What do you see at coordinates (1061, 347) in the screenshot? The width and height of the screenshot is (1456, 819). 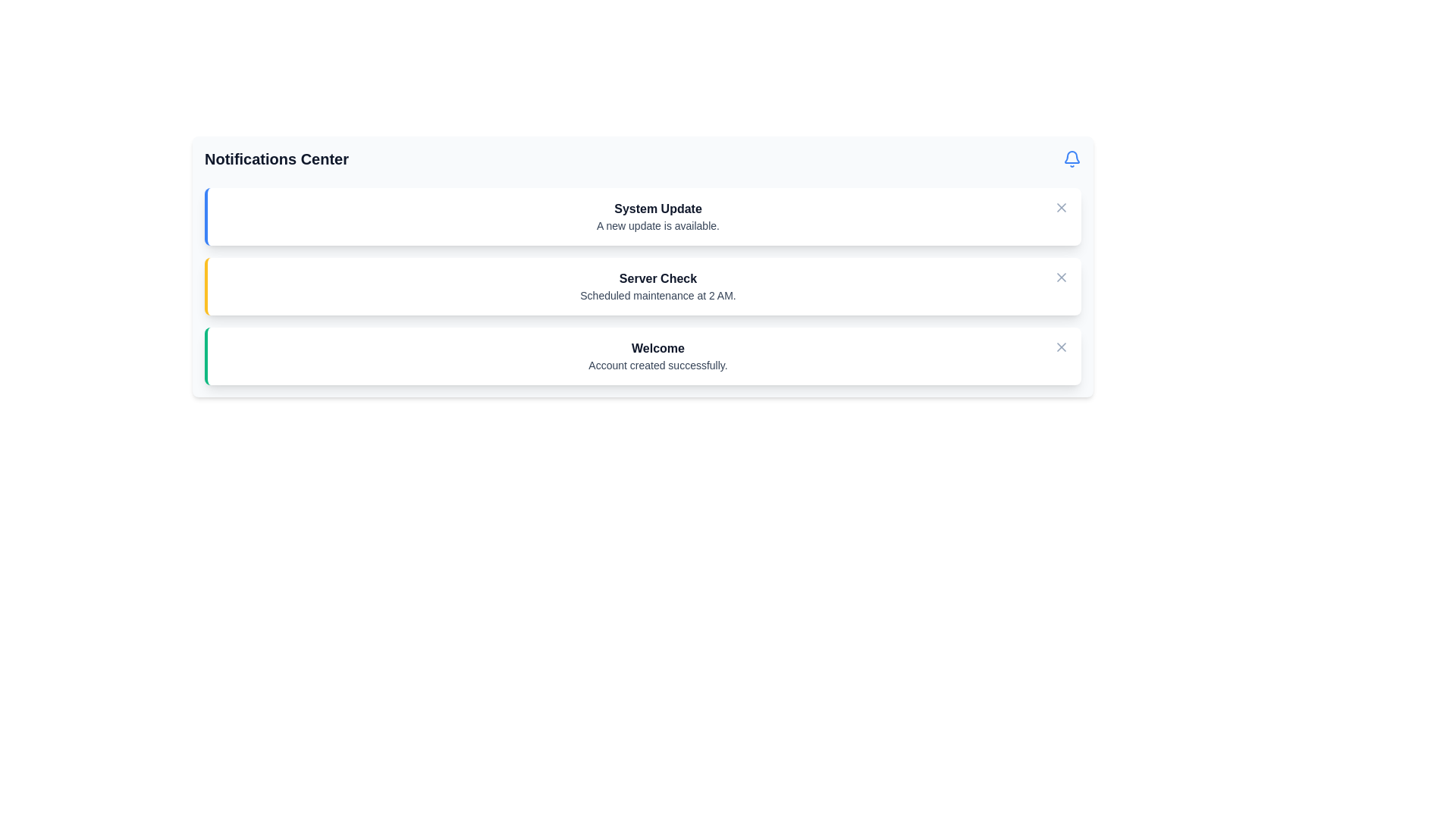 I see `the dismiss button located at the far right of the green-accented notification card titled 'Welcome', next to the text 'Account created successfully.'` at bounding box center [1061, 347].